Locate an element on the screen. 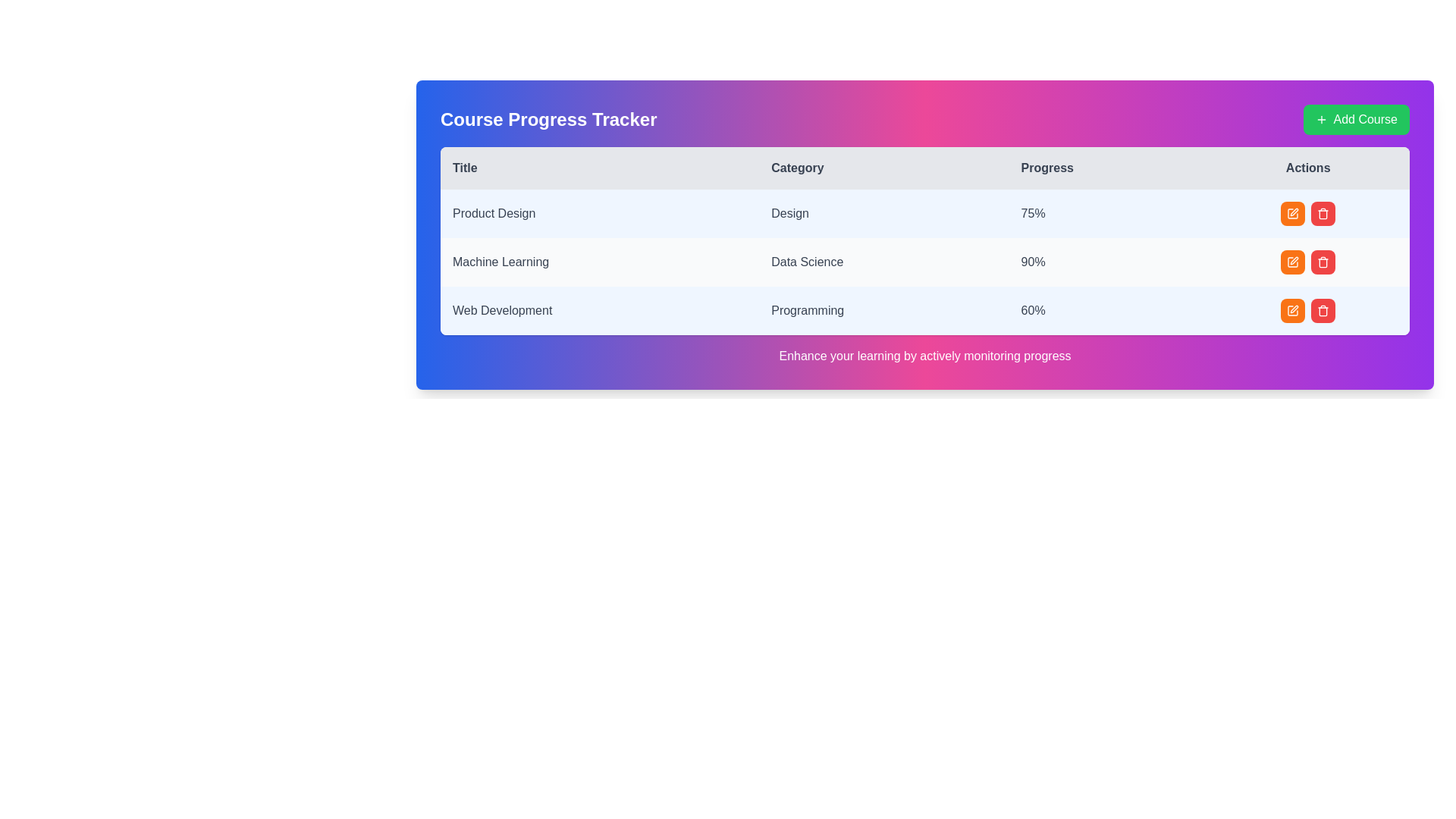 This screenshot has width=1456, height=819. the edit button located in the 'Actions' column of the second row in the 'Course Progress Tracker' table to initiate an edit action for the corresponding list item is located at coordinates (1291, 262).